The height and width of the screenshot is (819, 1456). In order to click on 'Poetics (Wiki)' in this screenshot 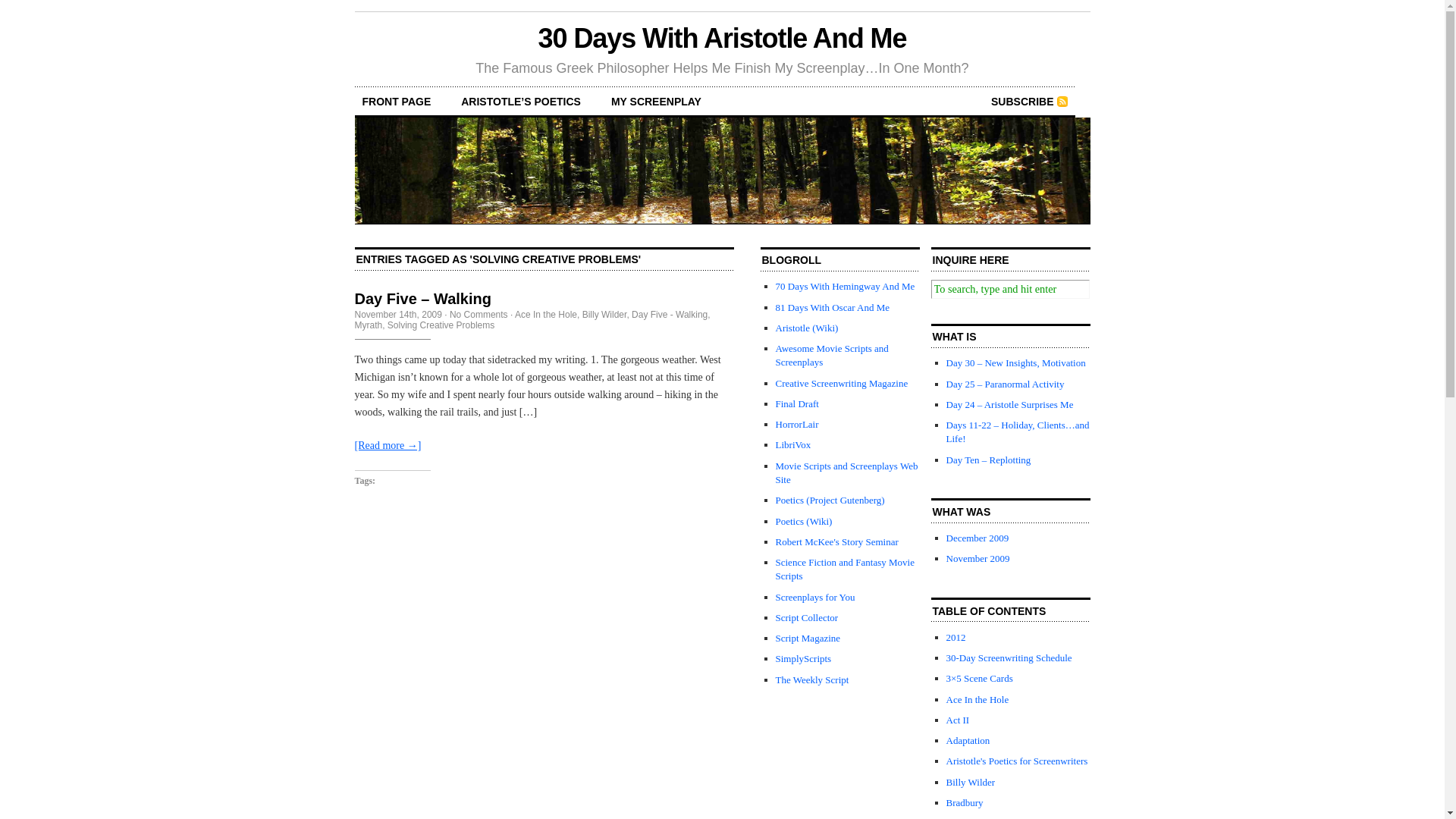, I will do `click(802, 520)`.